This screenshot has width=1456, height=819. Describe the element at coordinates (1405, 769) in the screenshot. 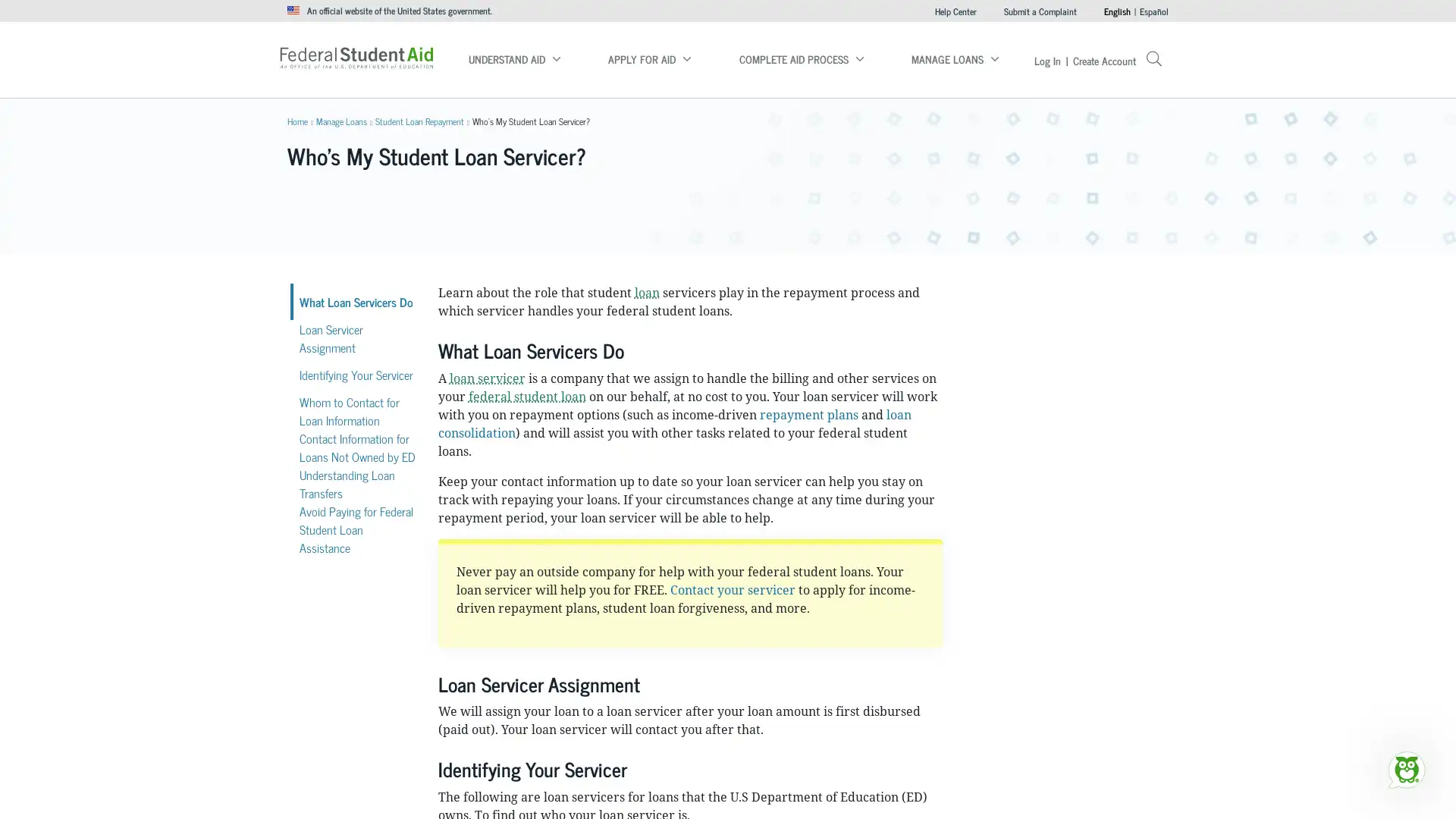

I see `Initiate Chat` at that location.